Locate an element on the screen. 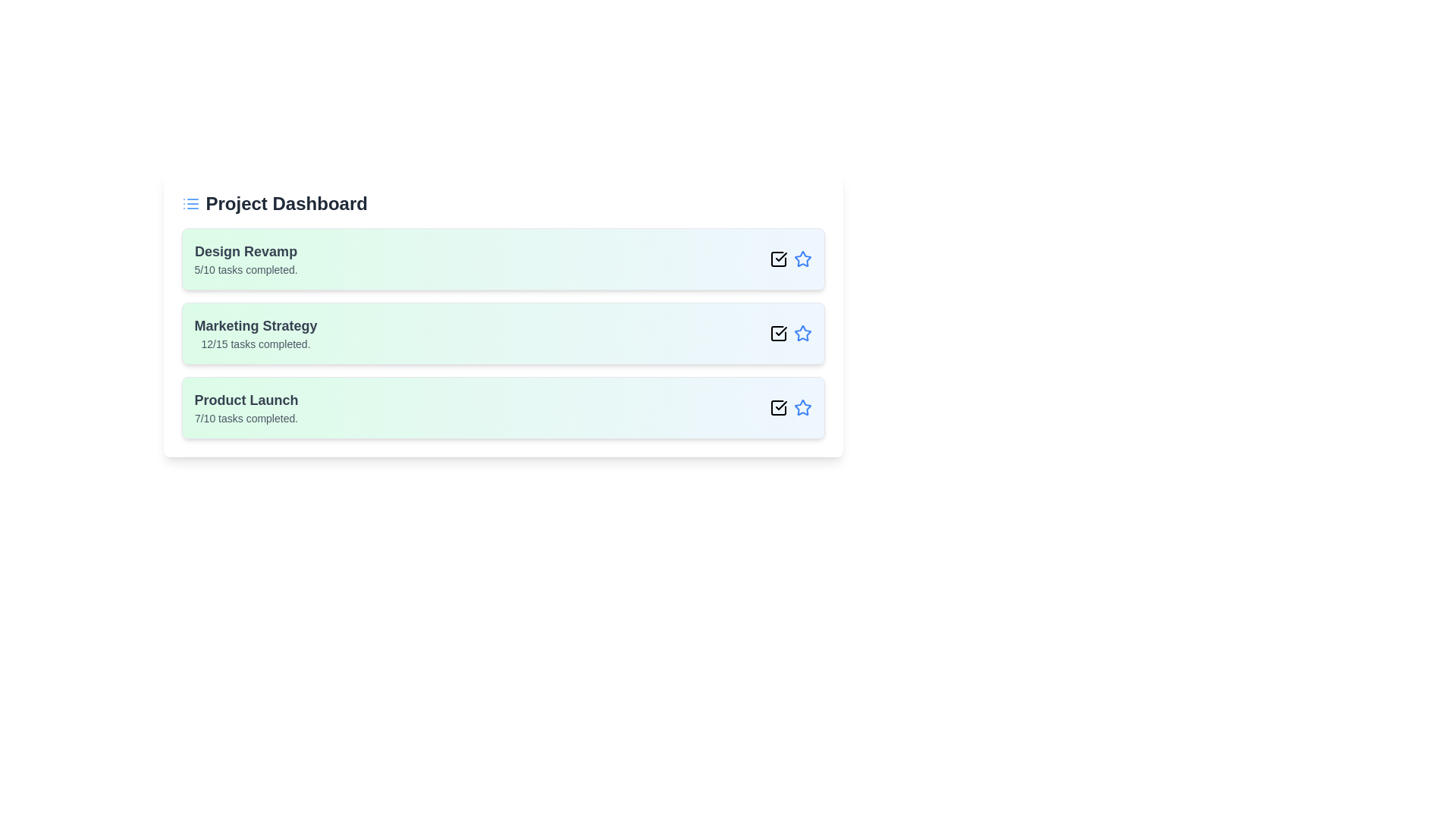  the checkbox icon for the project Design Revamp to toggle its completion status is located at coordinates (778, 259).